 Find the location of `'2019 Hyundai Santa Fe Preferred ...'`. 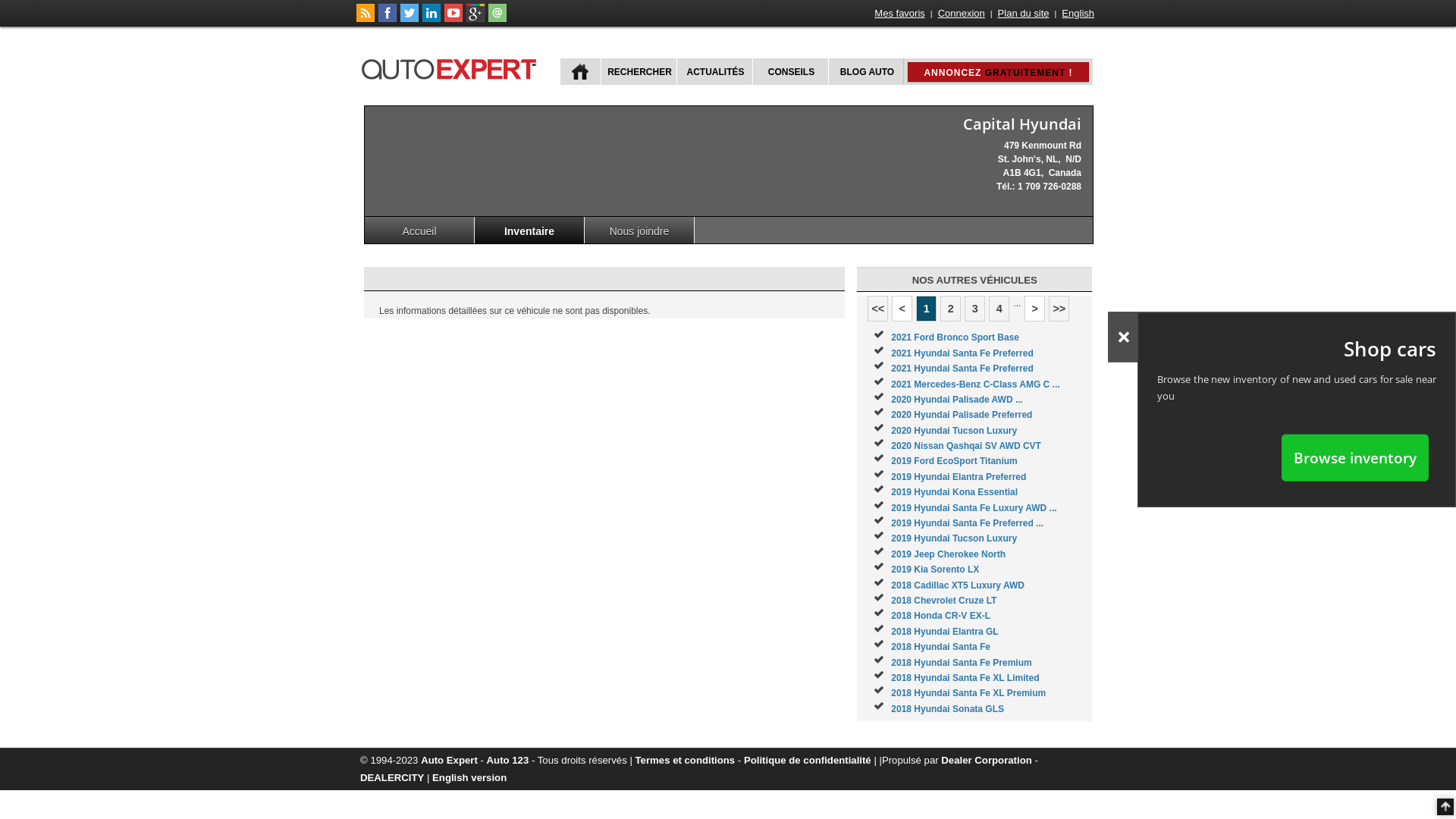

'2019 Hyundai Santa Fe Preferred ...' is located at coordinates (966, 522).